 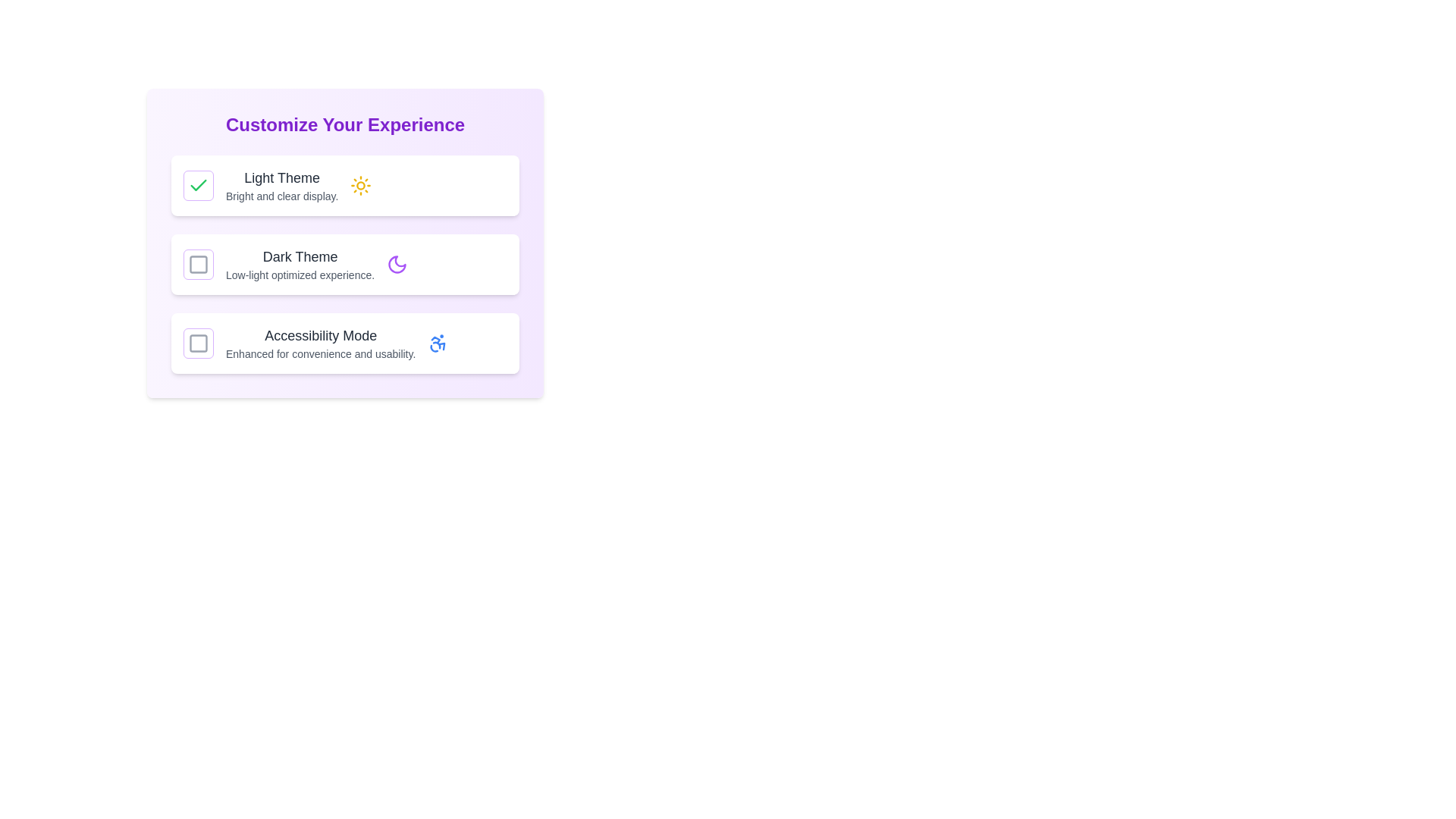 I want to click on the 'Light Theme' card, which is the first card in the list of theme options, featuring a white background, a green checkmark icon on the left, and a yellow sun icon on the right, with the title 'Light Theme' and subtitle 'Bright and clear display', so click(x=344, y=185).